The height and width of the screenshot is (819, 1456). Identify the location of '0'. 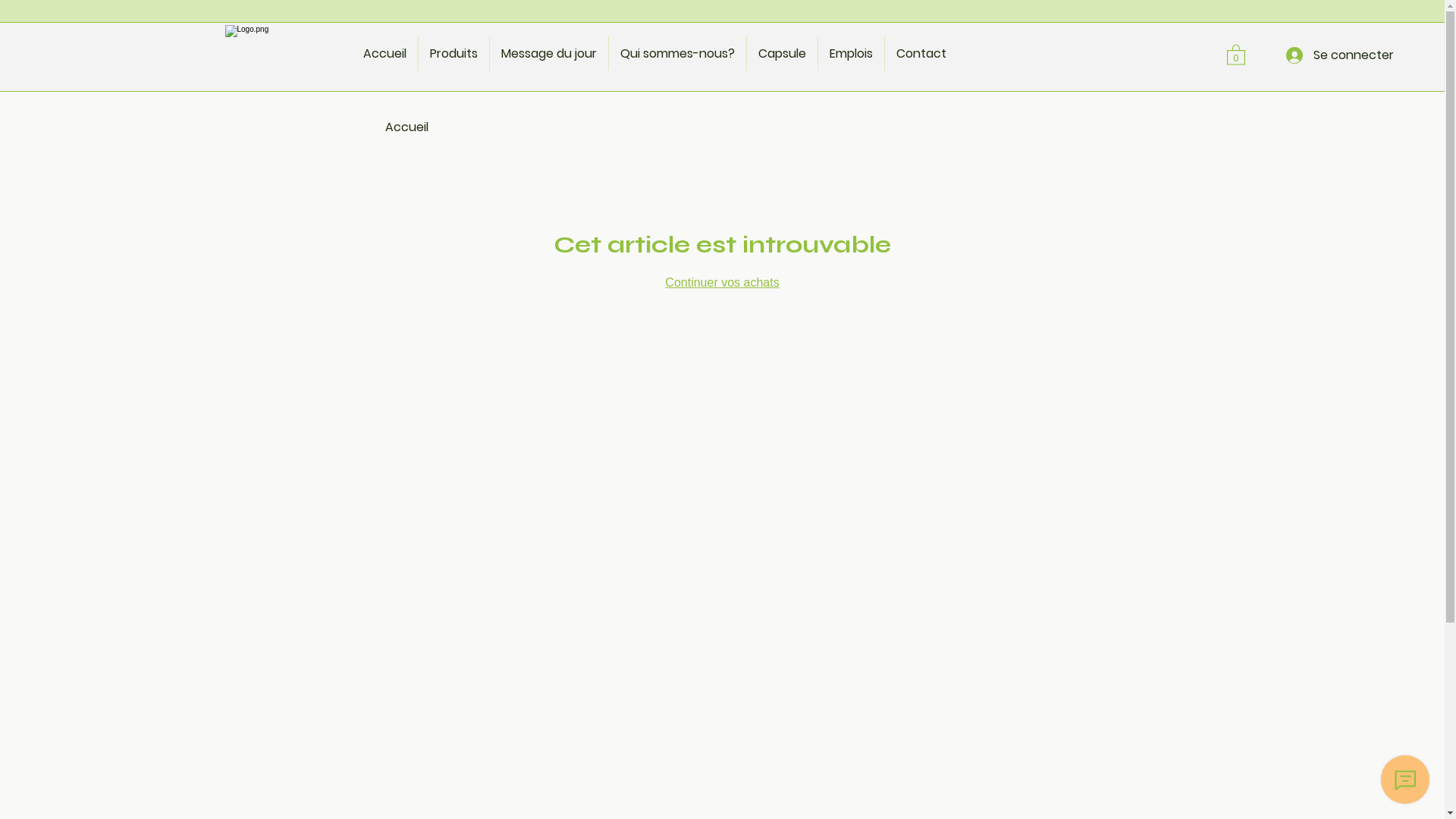
(1236, 53).